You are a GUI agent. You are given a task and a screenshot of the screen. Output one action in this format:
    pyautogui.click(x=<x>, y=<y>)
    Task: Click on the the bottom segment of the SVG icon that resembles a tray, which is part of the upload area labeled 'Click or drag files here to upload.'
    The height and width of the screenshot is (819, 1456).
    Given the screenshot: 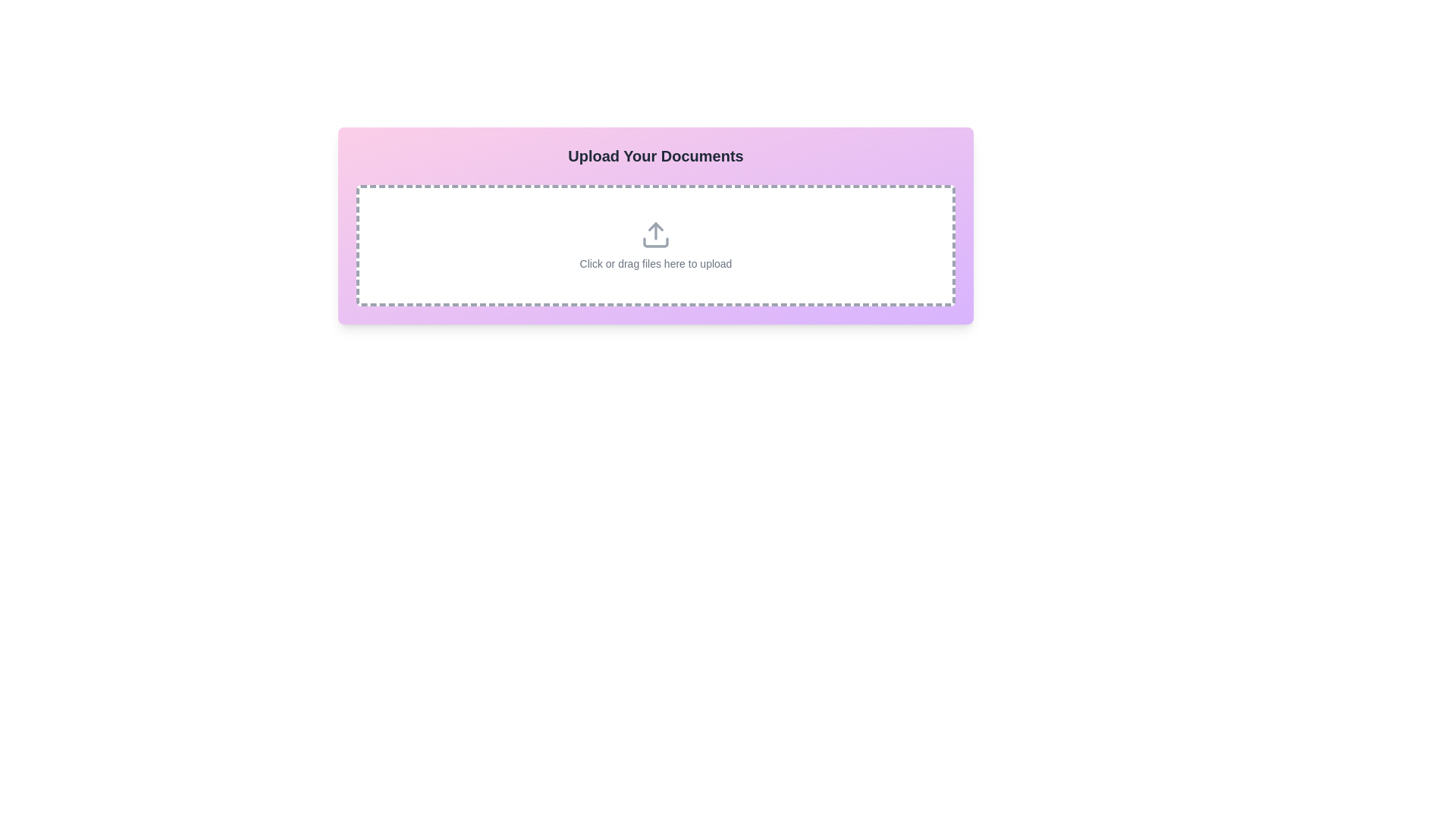 What is the action you would take?
    pyautogui.click(x=655, y=242)
    